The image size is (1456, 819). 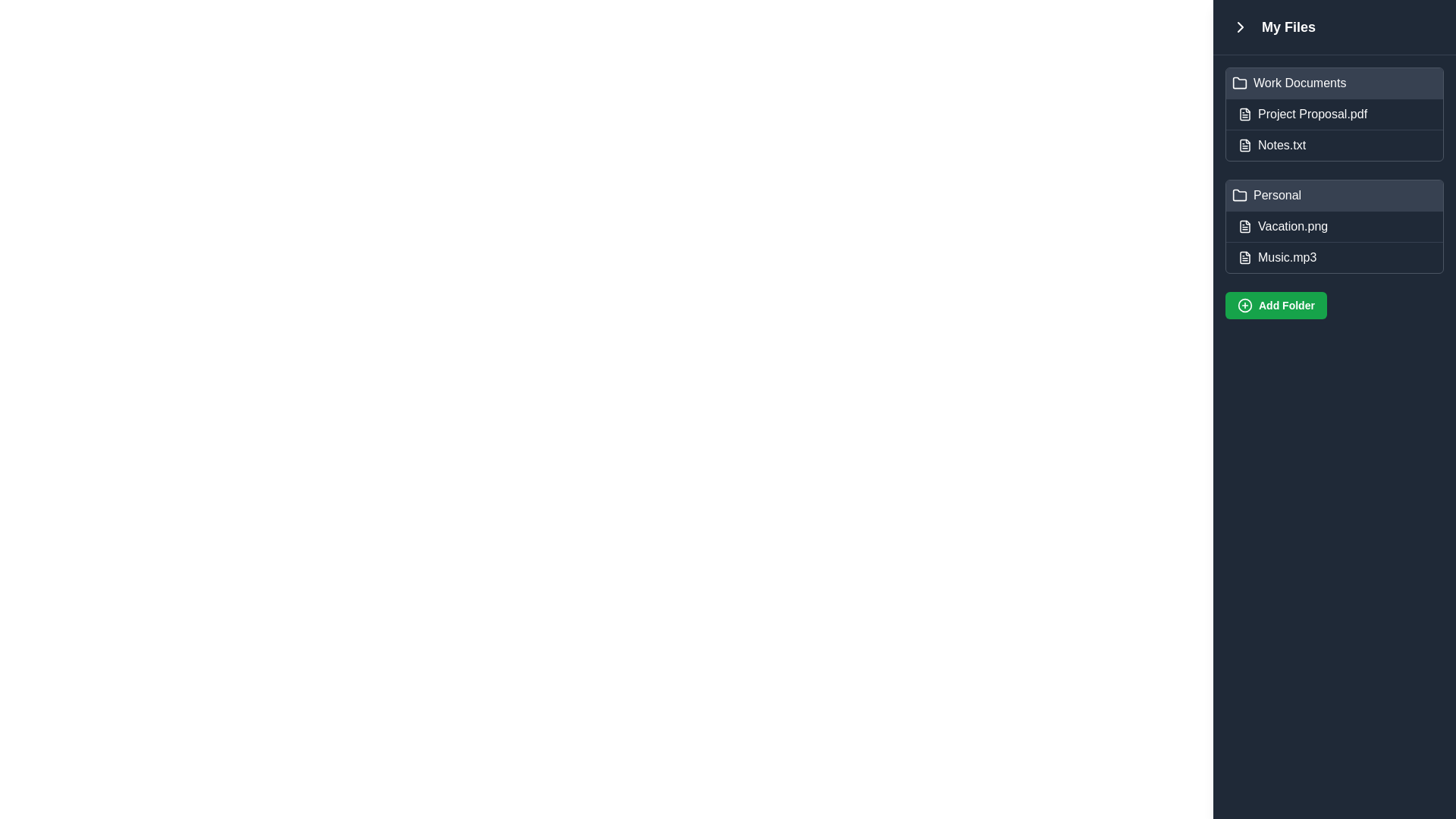 I want to click on the 'Personal' folder item, so click(x=1335, y=195).